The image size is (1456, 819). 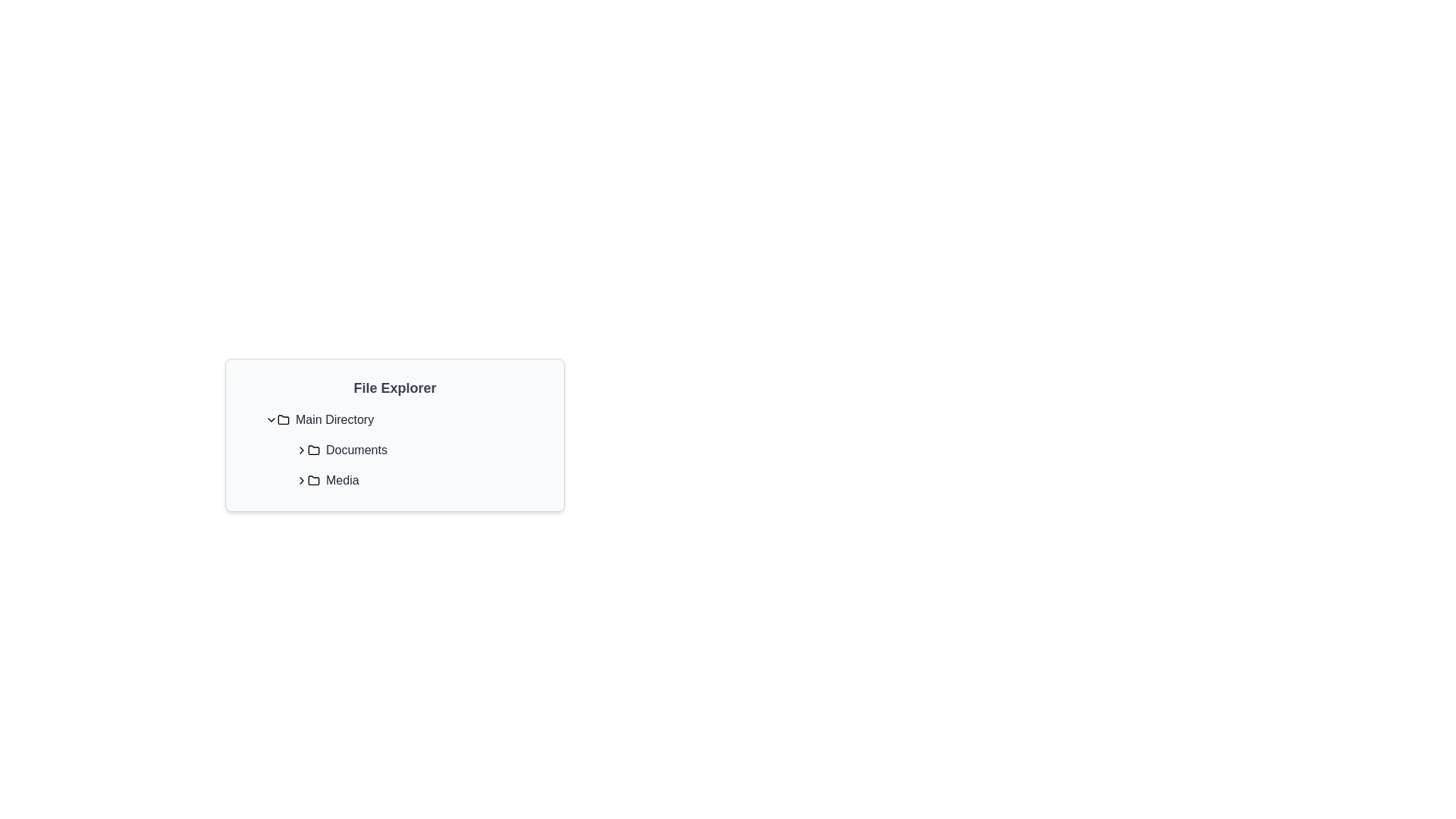 What do you see at coordinates (302, 450) in the screenshot?
I see `the rightward-pointing chevron icon` at bounding box center [302, 450].